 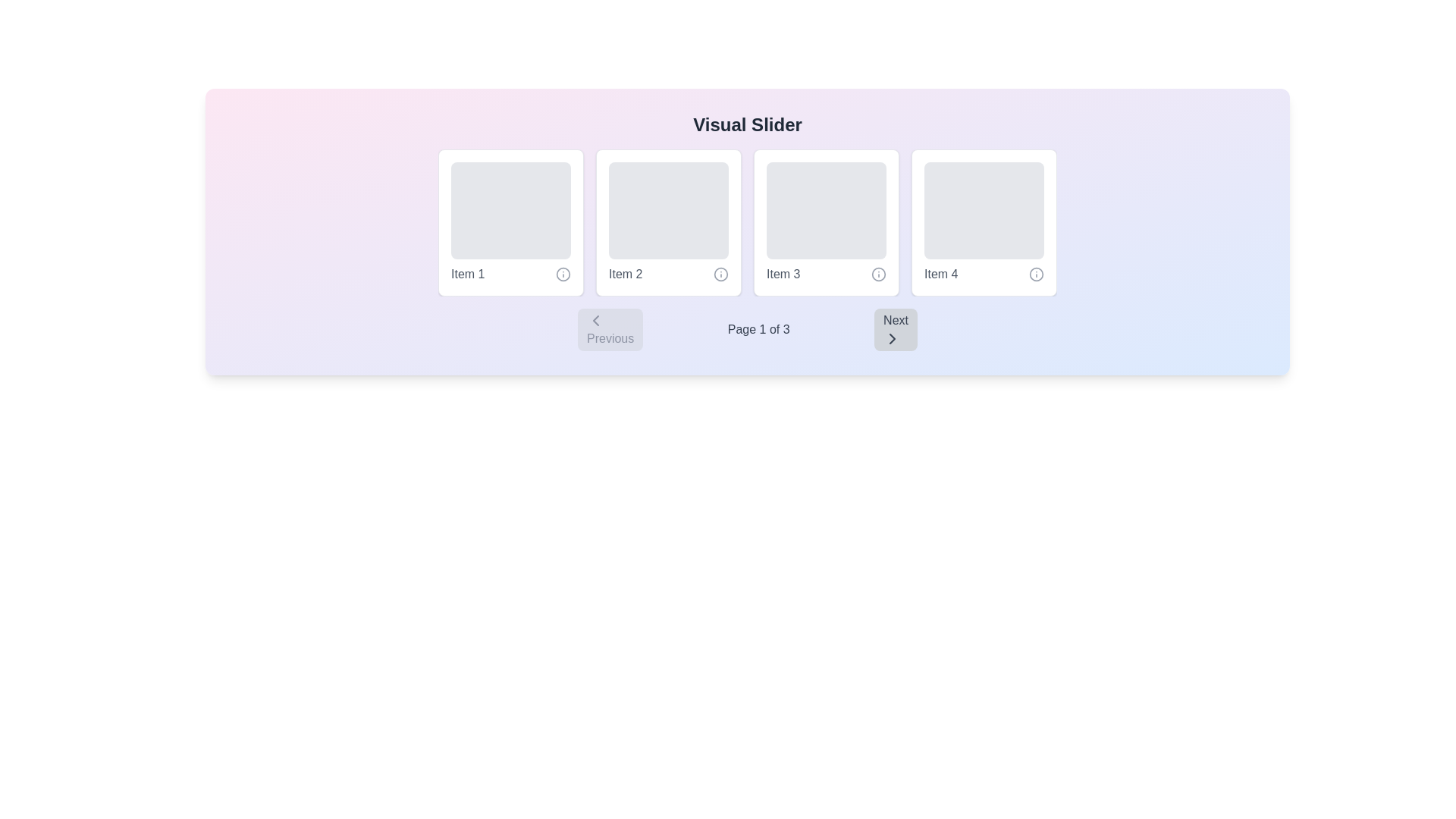 I want to click on the icon graphic in the bottom-right corner of the information card labeled 'Item 2', so click(x=720, y=275).